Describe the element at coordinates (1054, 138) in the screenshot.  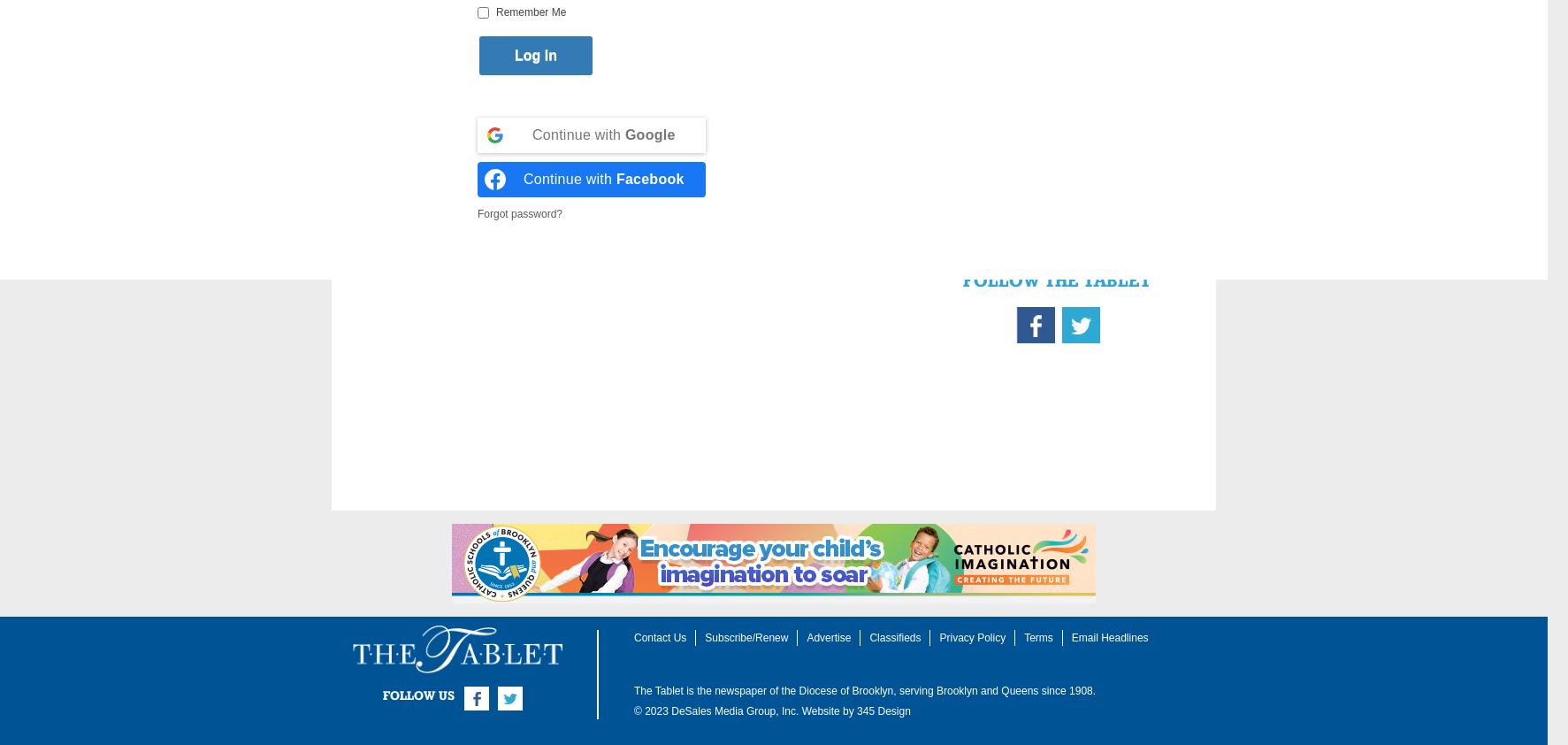
I see `'Do you have a photo or video you want to share with The Tablet? Click here to send it straight to our news desk. You might just see your submission online or in the new edition of the paper.'` at that location.